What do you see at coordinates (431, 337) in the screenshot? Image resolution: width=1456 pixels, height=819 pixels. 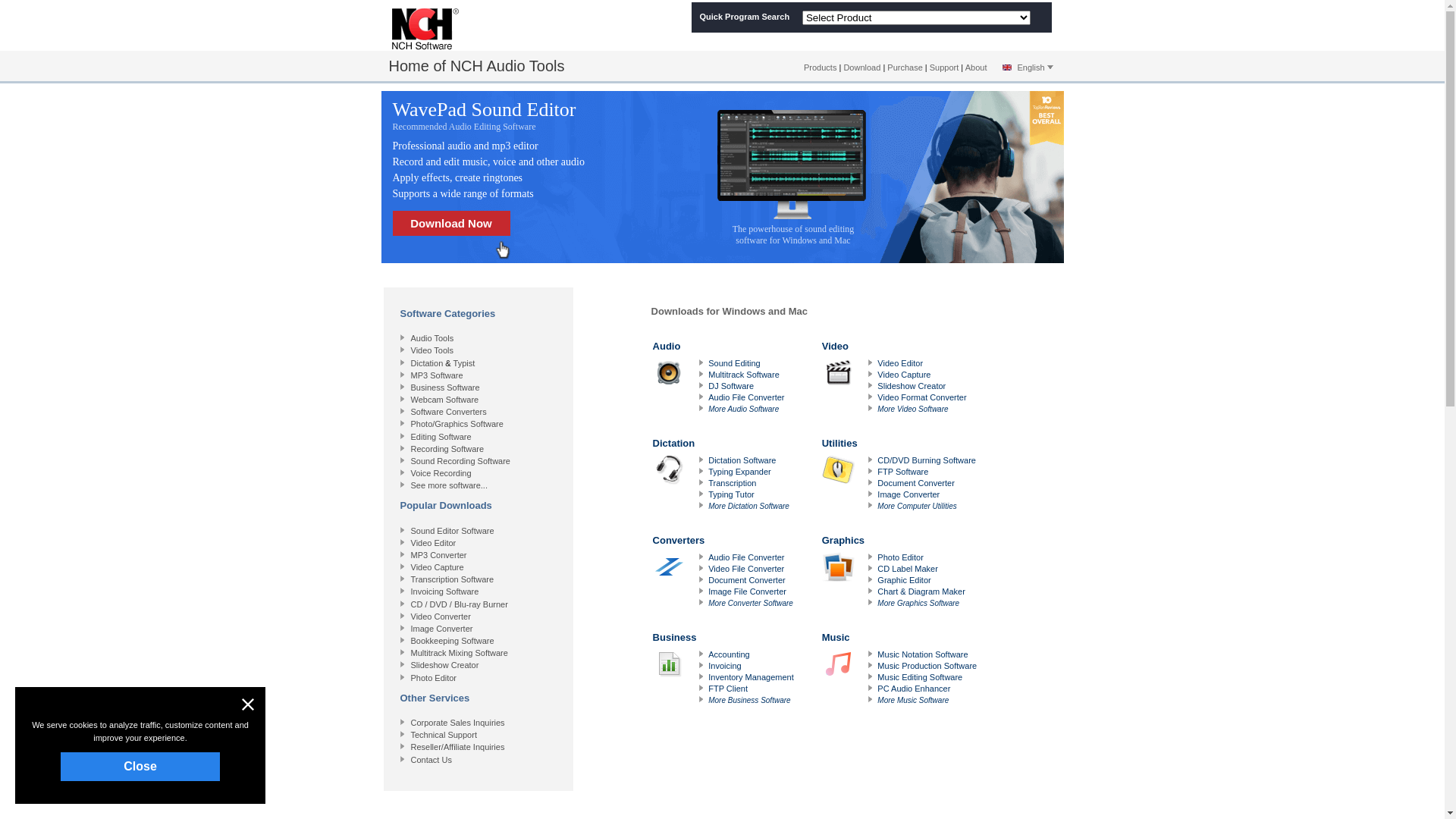 I see `'Audio Tools'` at bounding box center [431, 337].